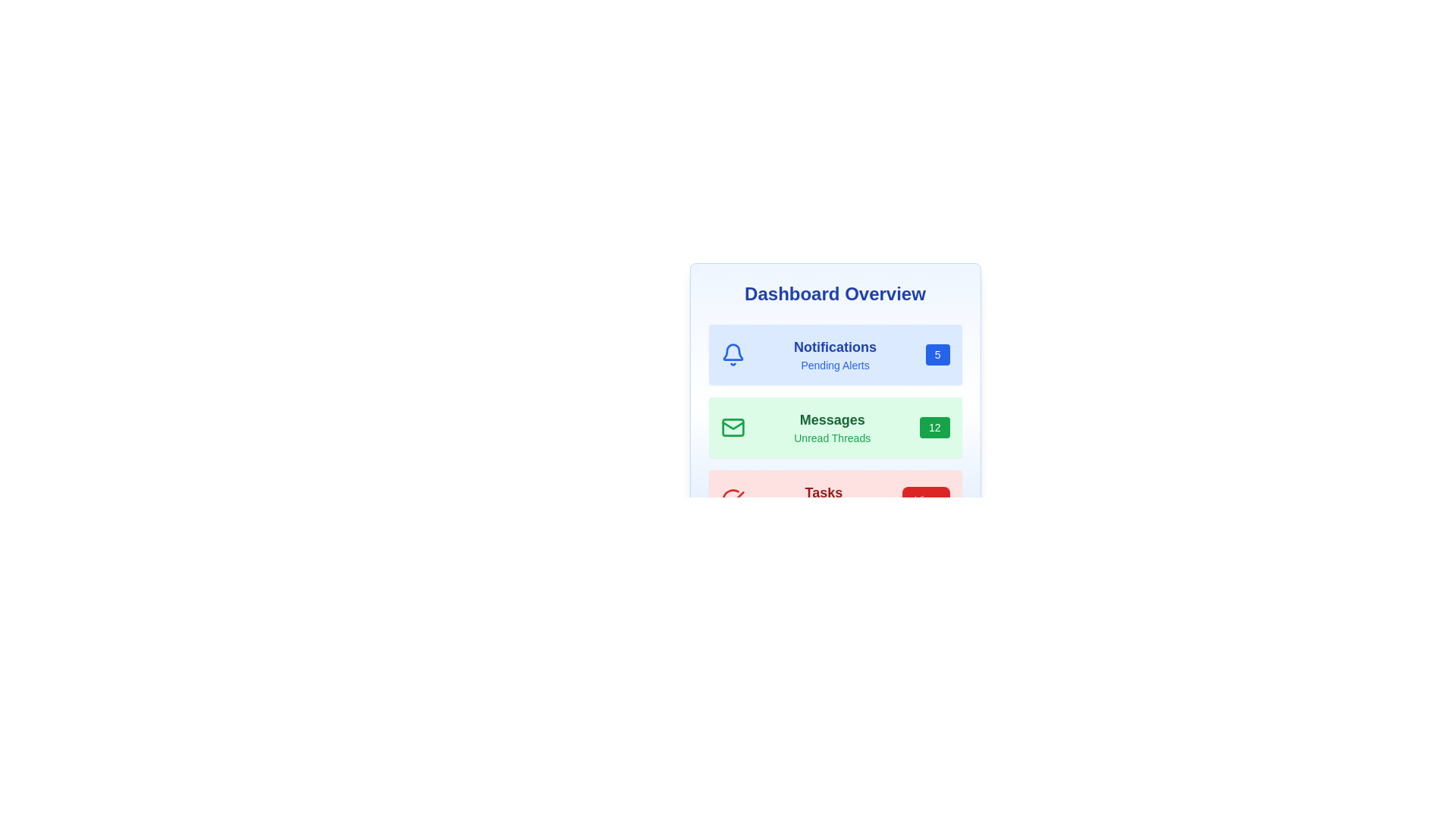 This screenshot has width=1456, height=819. I want to click on the unread threads badge in the Messages section of the dashboard, which indicates the number of unread messages, located to the far right adjacent to the text 'Unread Threads', so click(934, 427).